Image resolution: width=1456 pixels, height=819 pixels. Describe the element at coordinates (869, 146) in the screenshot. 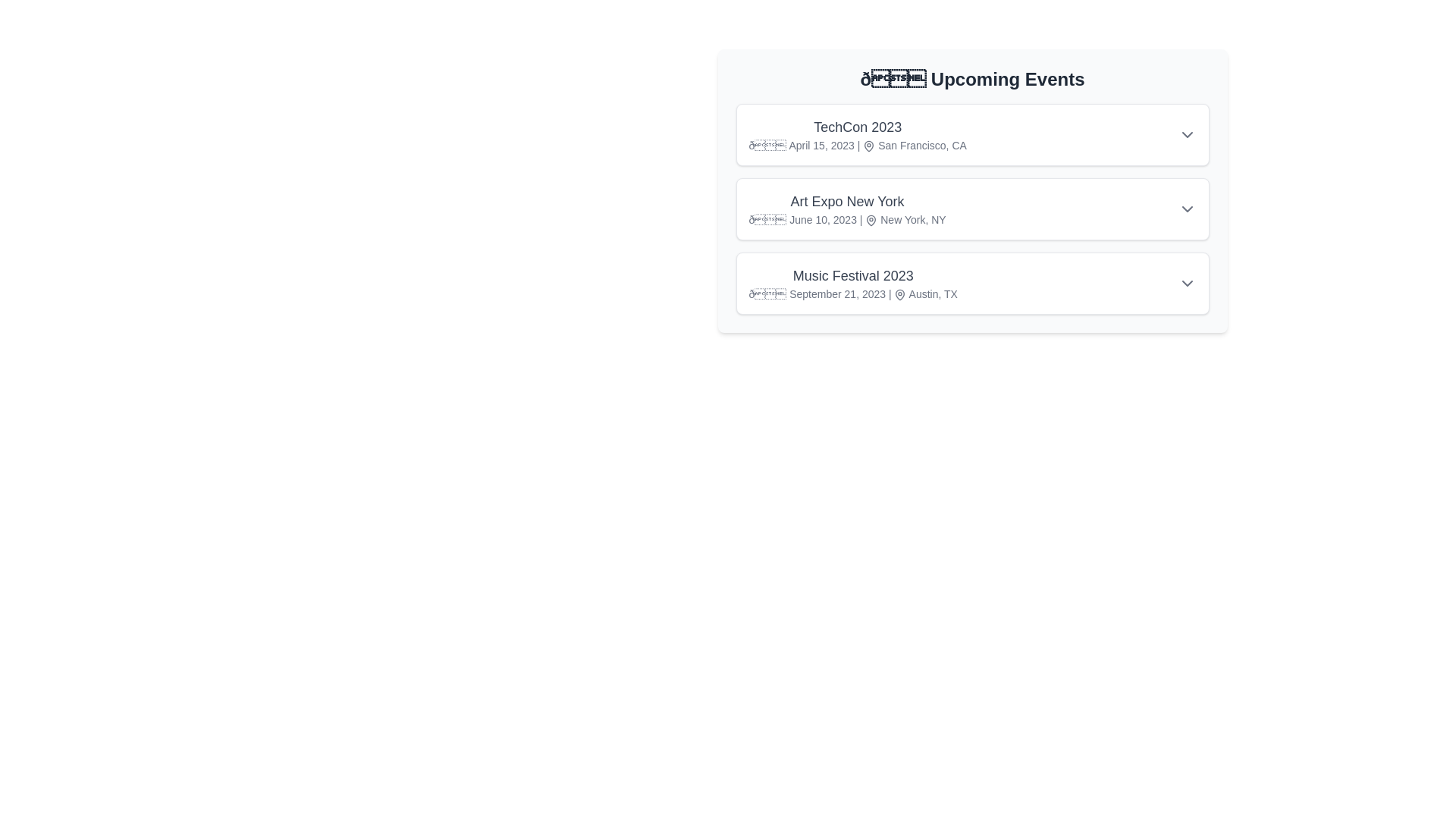

I see `the location icon for the event titled 'TechCon 2023'` at that location.